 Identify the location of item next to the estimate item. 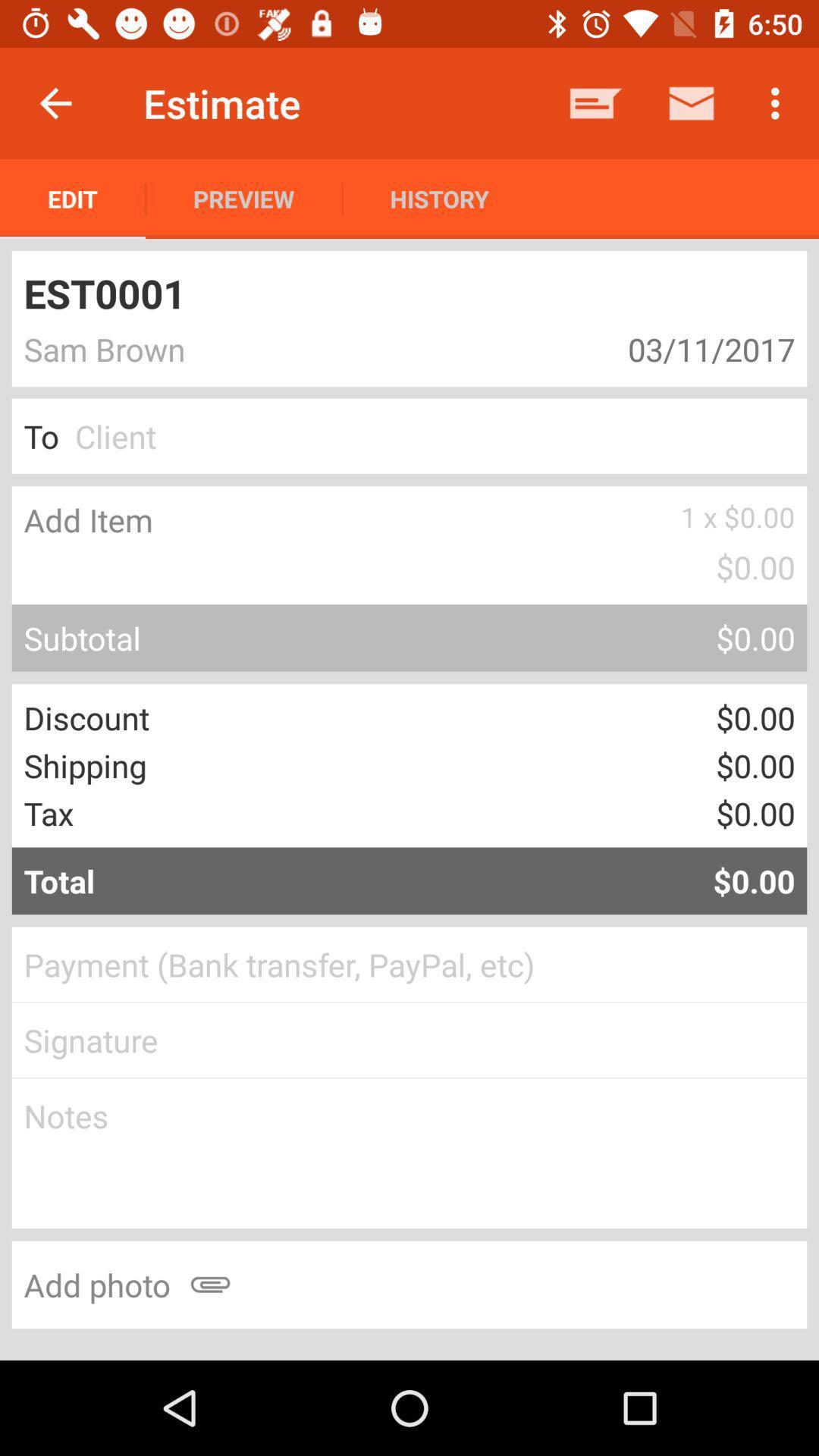
(55, 102).